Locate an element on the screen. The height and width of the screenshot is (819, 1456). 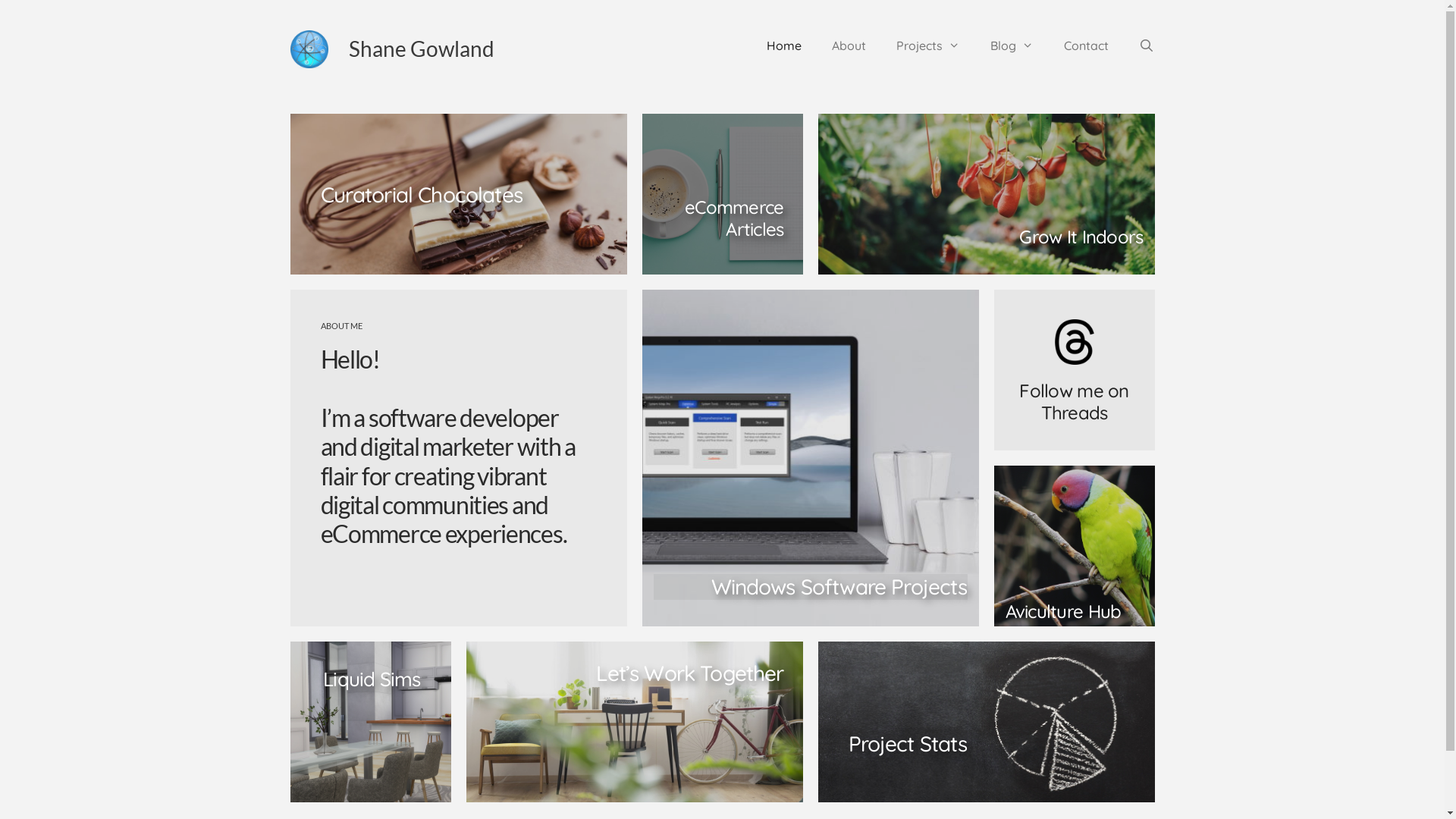
'About' is located at coordinates (815, 45).